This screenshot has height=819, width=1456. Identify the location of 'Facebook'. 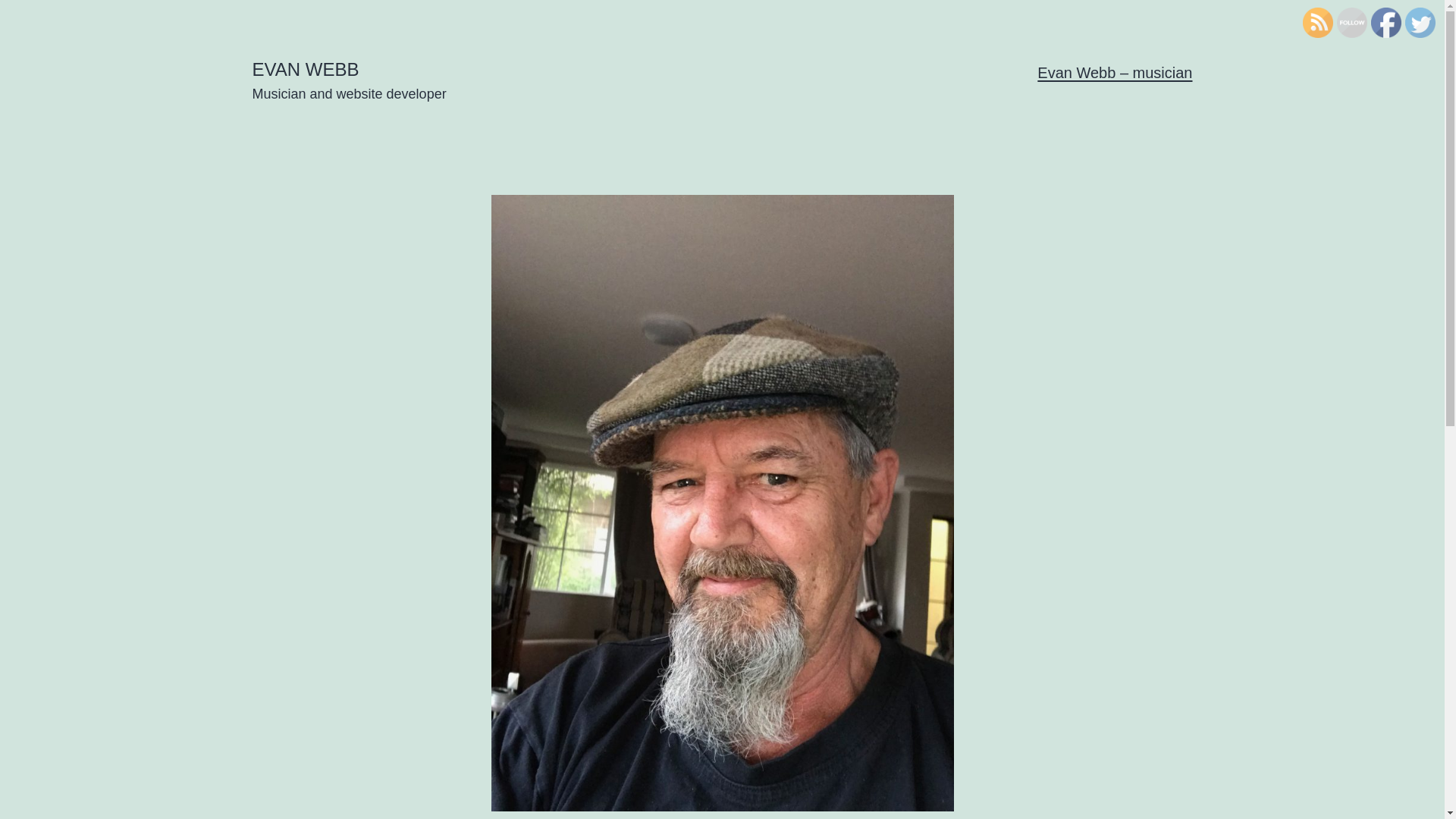
(1386, 23).